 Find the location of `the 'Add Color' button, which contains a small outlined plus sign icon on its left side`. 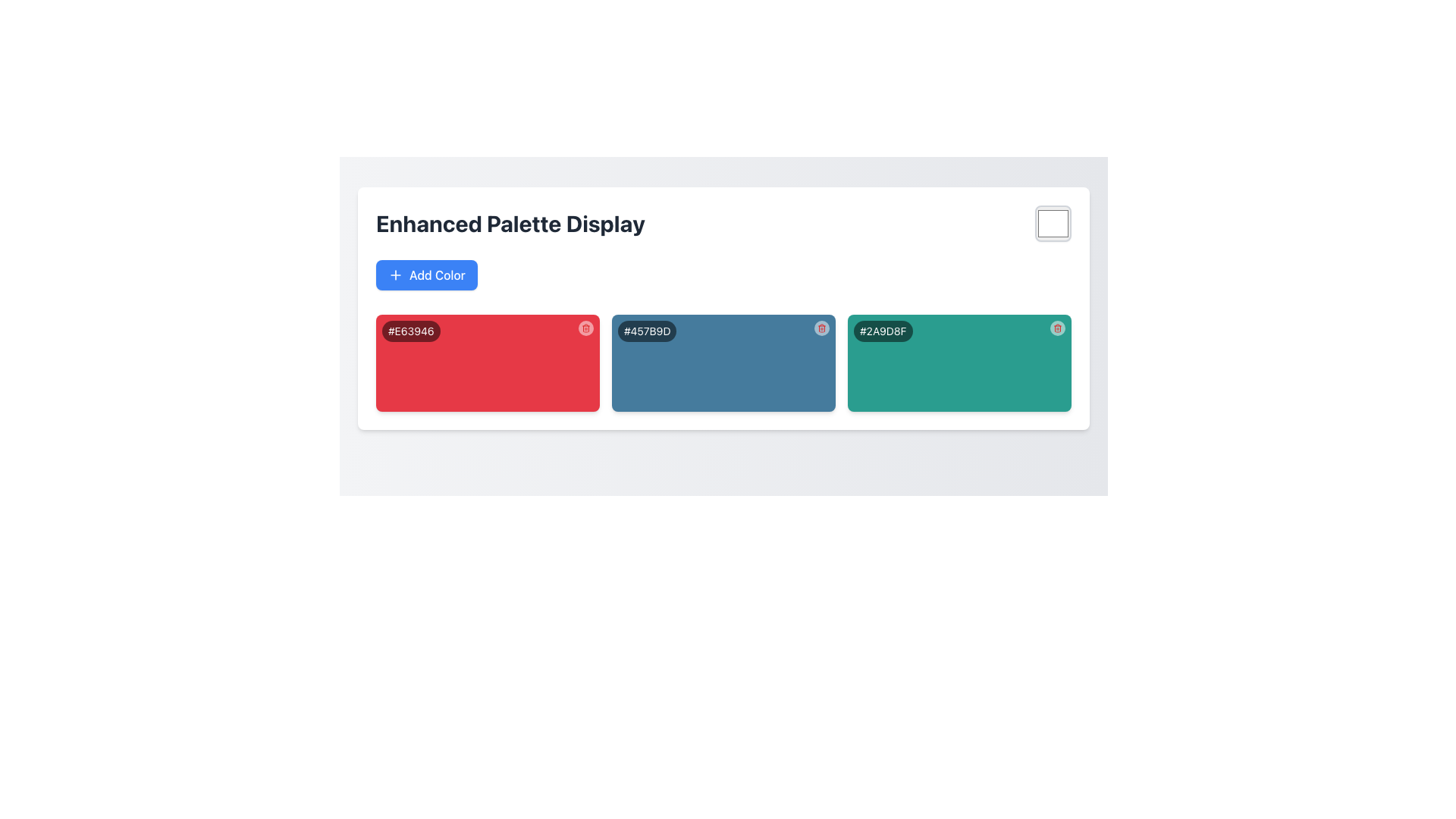

the 'Add Color' button, which contains a small outlined plus sign icon on its left side is located at coordinates (396, 275).